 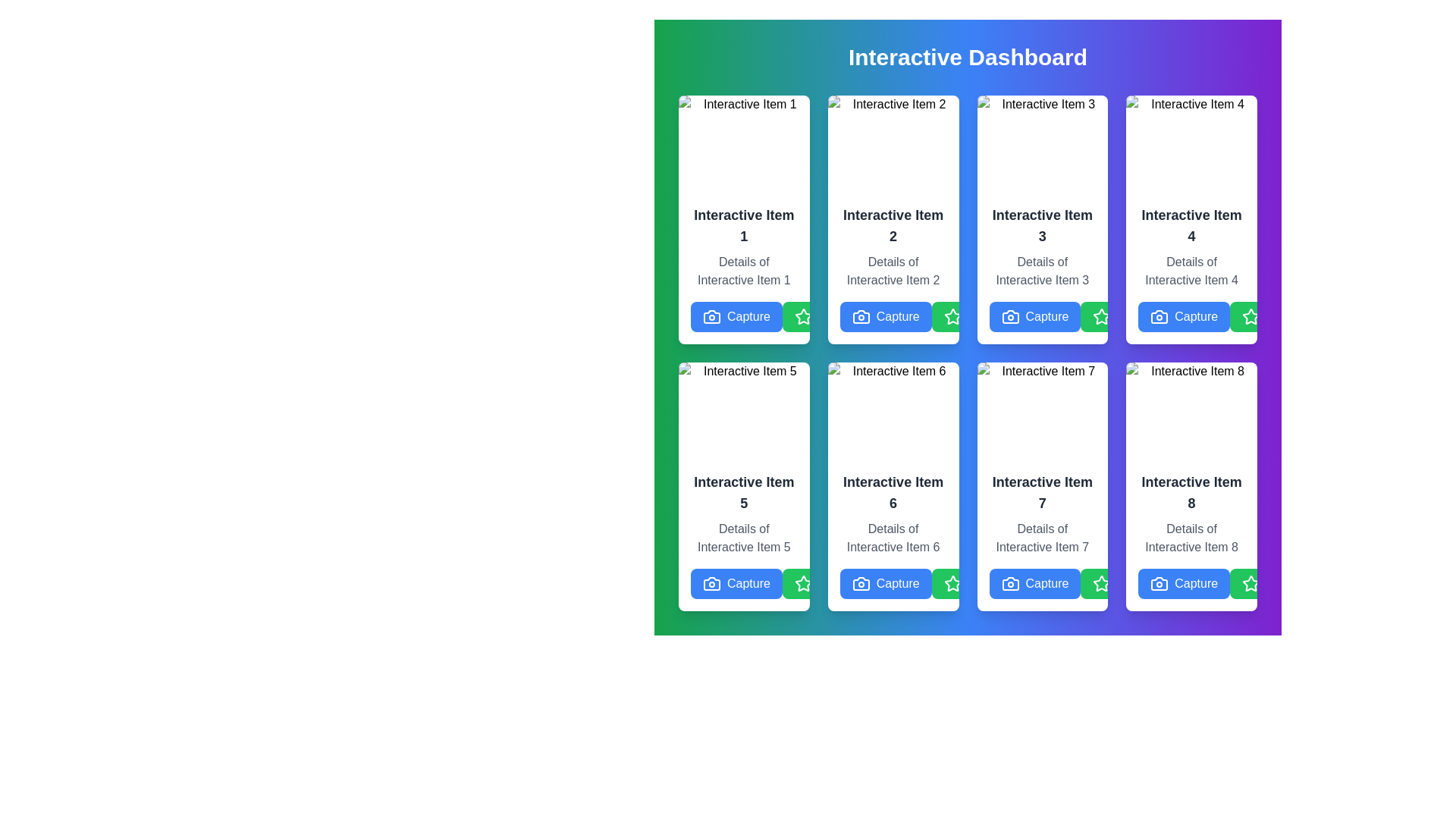 What do you see at coordinates (893, 271) in the screenshot?
I see `the descriptive text element styled in a smaller, muted gray font that reads 'Details of Interactive Item 2', located below the heading 'Interactive Item 2' and above the 'Capture' button` at bounding box center [893, 271].